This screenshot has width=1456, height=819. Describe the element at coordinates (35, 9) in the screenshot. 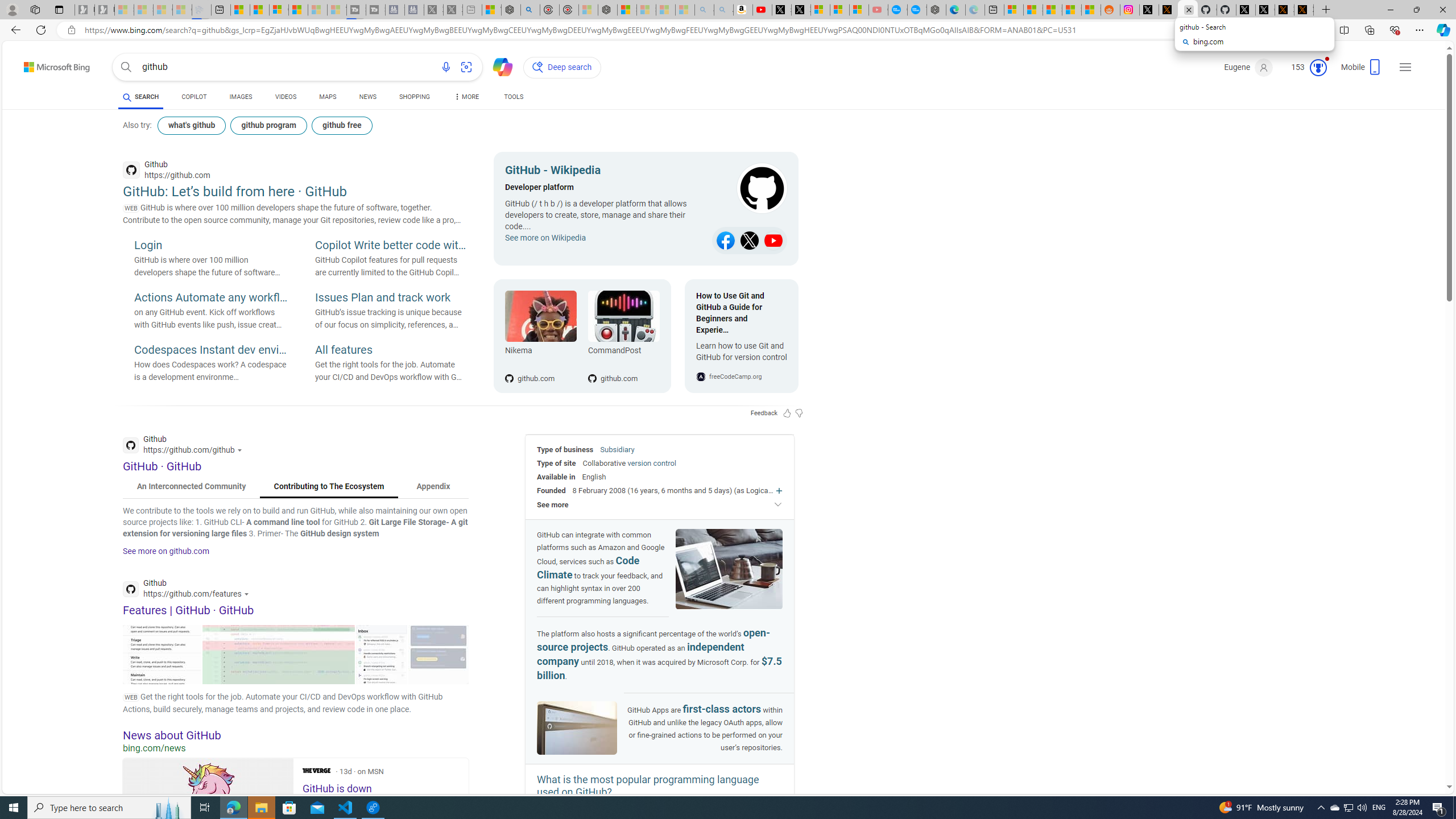

I see `'Workspaces'` at that location.